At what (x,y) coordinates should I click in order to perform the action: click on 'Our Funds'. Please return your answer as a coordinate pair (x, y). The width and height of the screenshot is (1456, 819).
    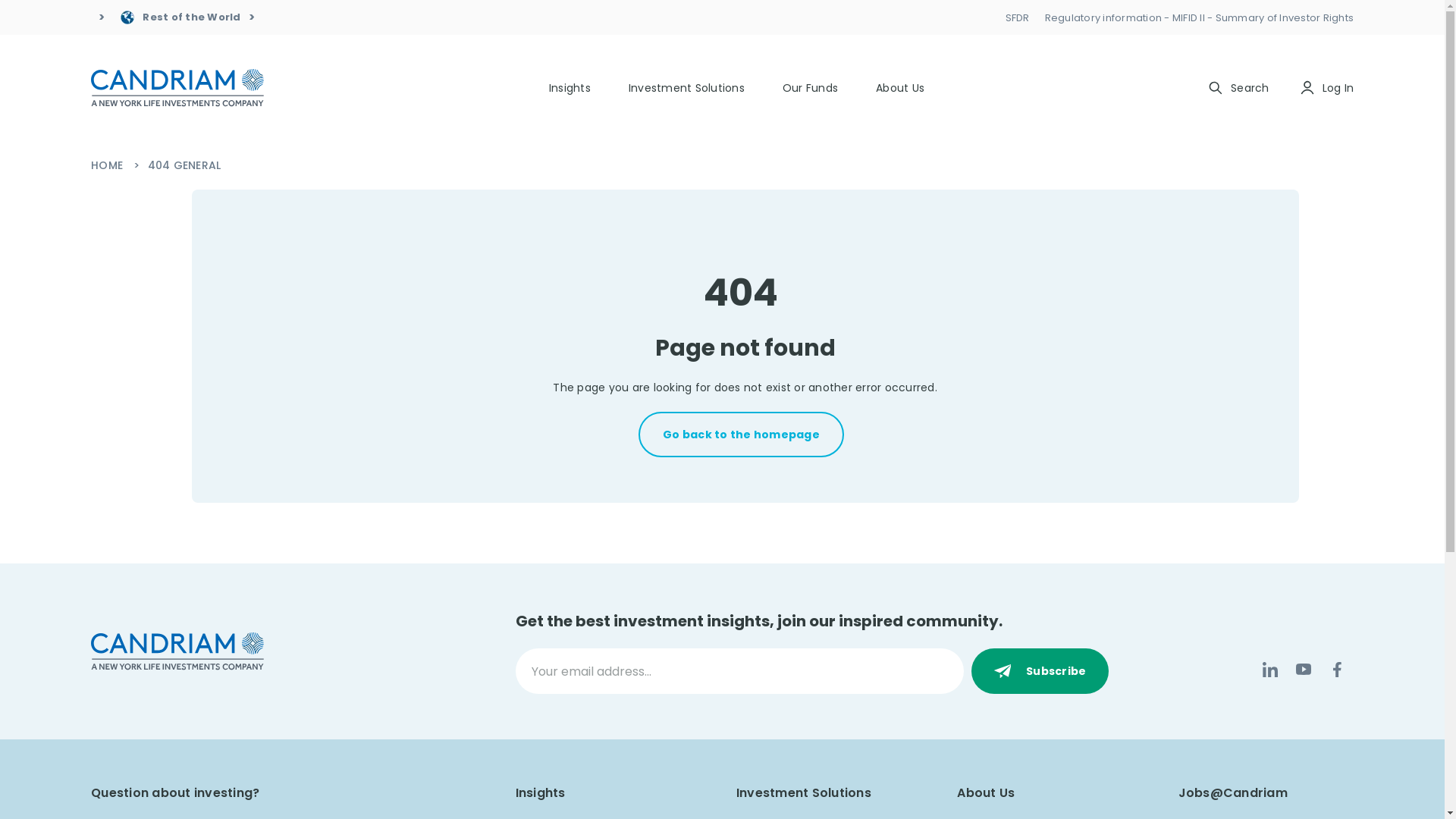
    Looking at the image, I should click on (809, 87).